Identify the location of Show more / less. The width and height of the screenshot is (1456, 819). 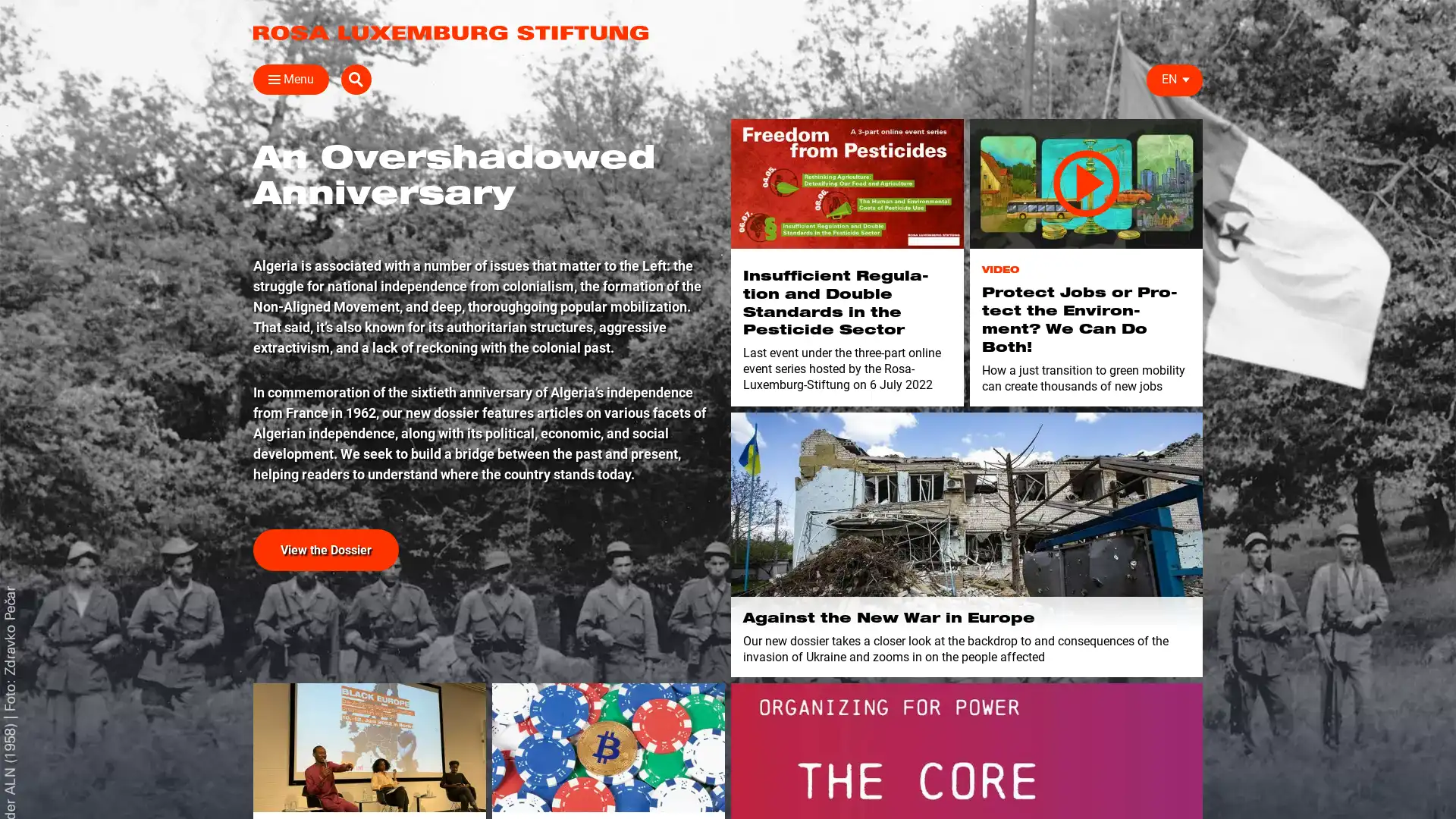
(483, 203).